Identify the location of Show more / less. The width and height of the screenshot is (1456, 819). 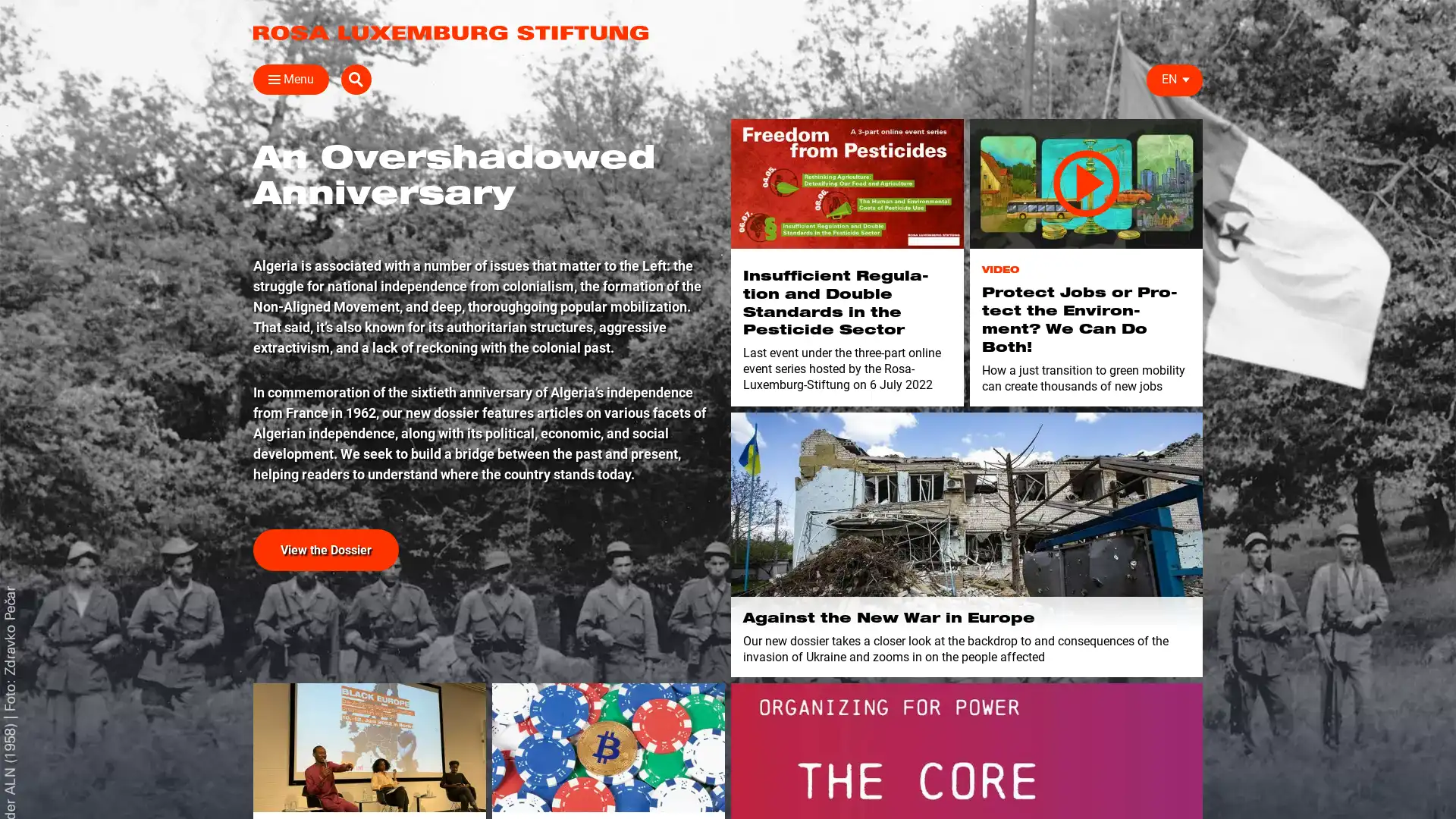
(483, 203).